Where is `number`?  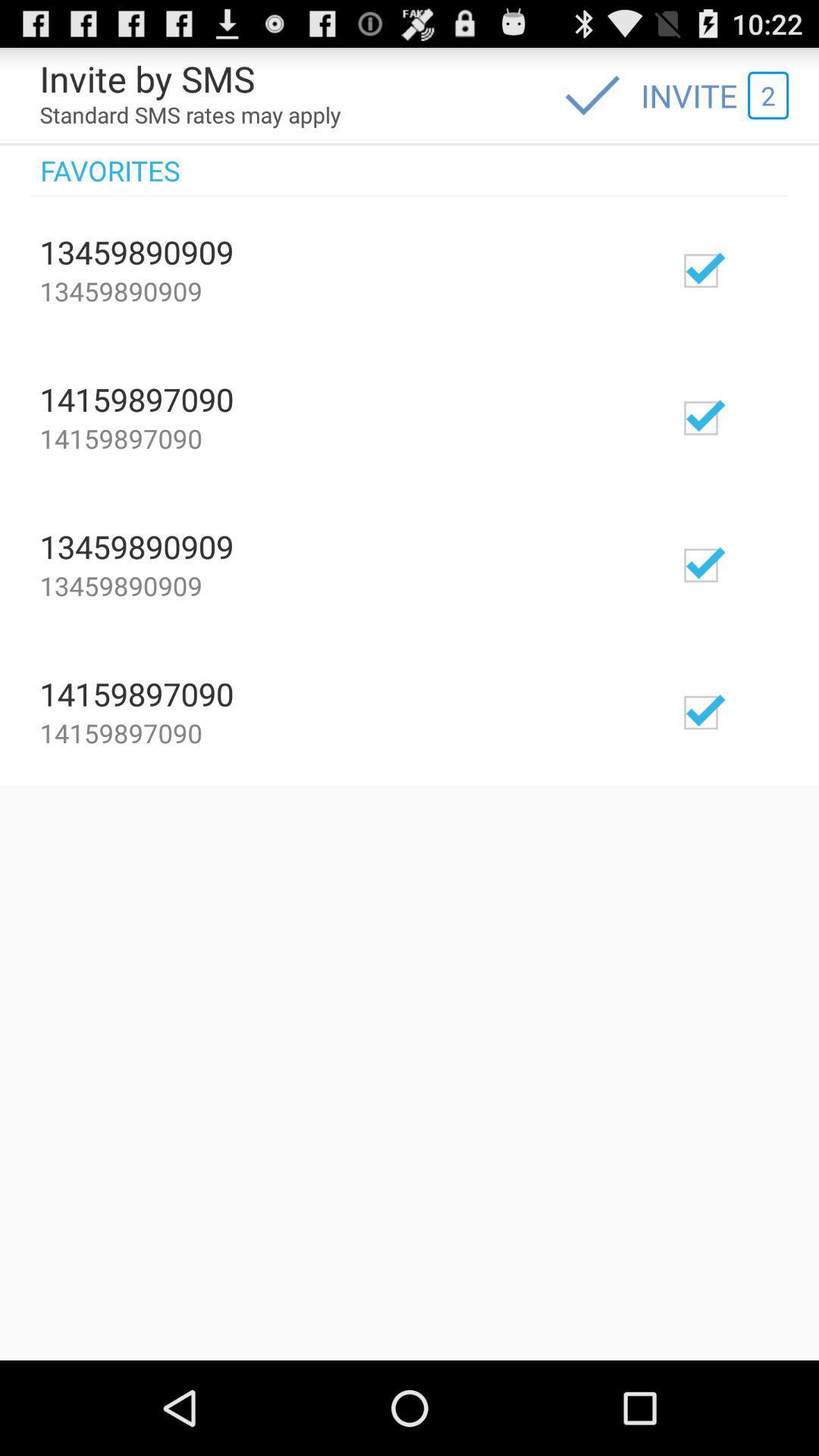 number is located at coordinates (745, 416).